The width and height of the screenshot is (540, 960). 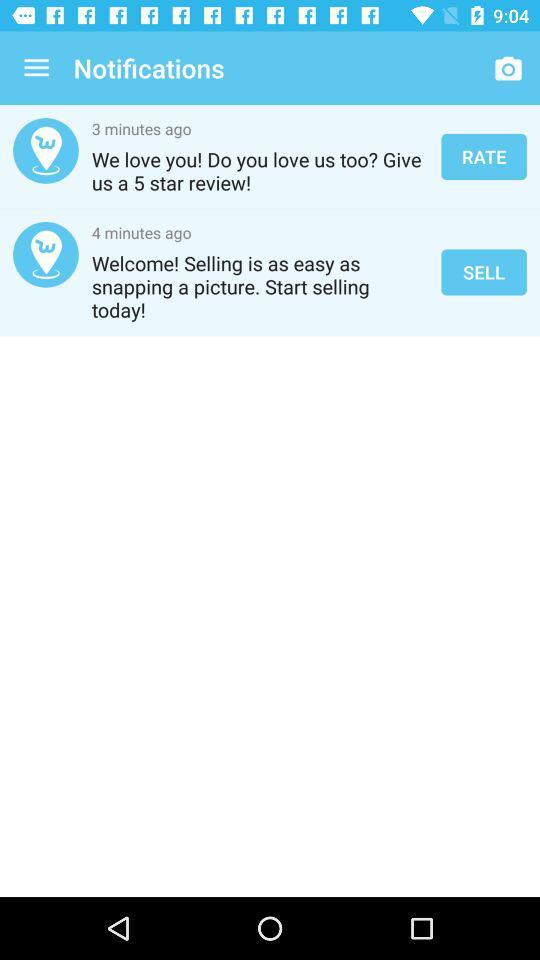 What do you see at coordinates (483, 155) in the screenshot?
I see `the rate` at bounding box center [483, 155].